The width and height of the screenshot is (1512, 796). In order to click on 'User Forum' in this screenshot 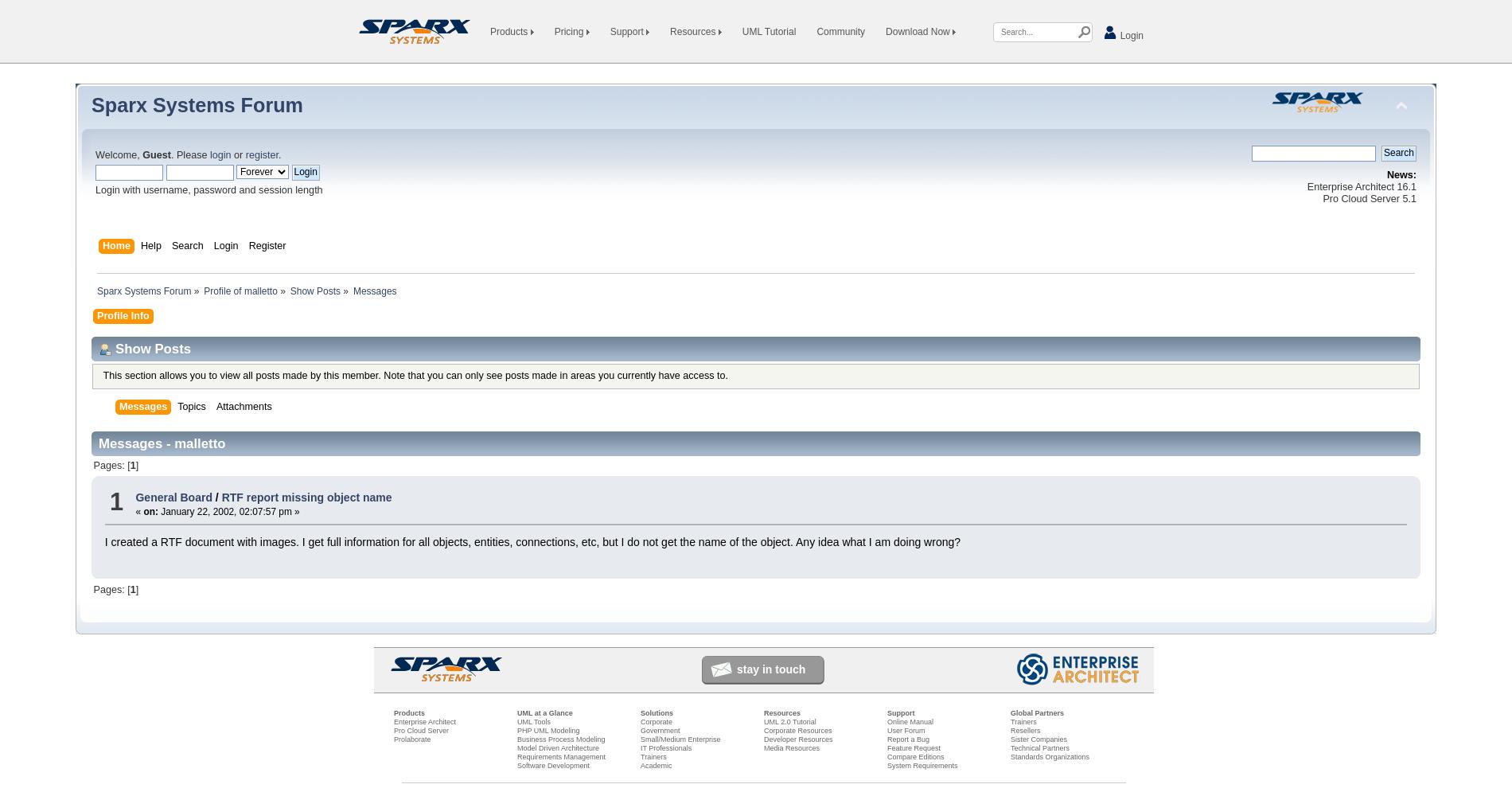, I will do `click(906, 730)`.